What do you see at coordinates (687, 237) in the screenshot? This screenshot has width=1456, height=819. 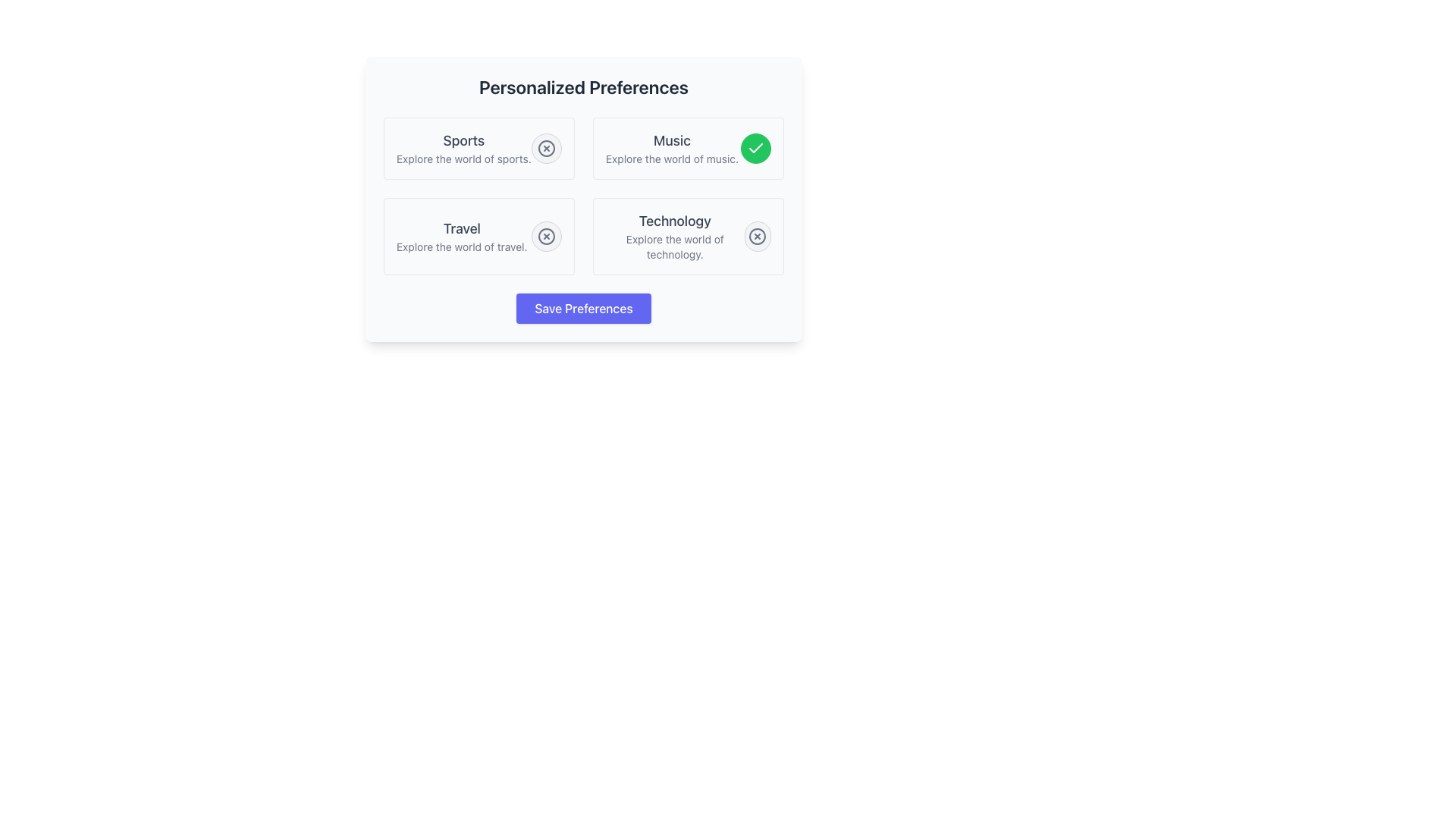 I see `text information from the 'Technology' Selectable Option Card located at the bottom-right corner of the grid` at bounding box center [687, 237].